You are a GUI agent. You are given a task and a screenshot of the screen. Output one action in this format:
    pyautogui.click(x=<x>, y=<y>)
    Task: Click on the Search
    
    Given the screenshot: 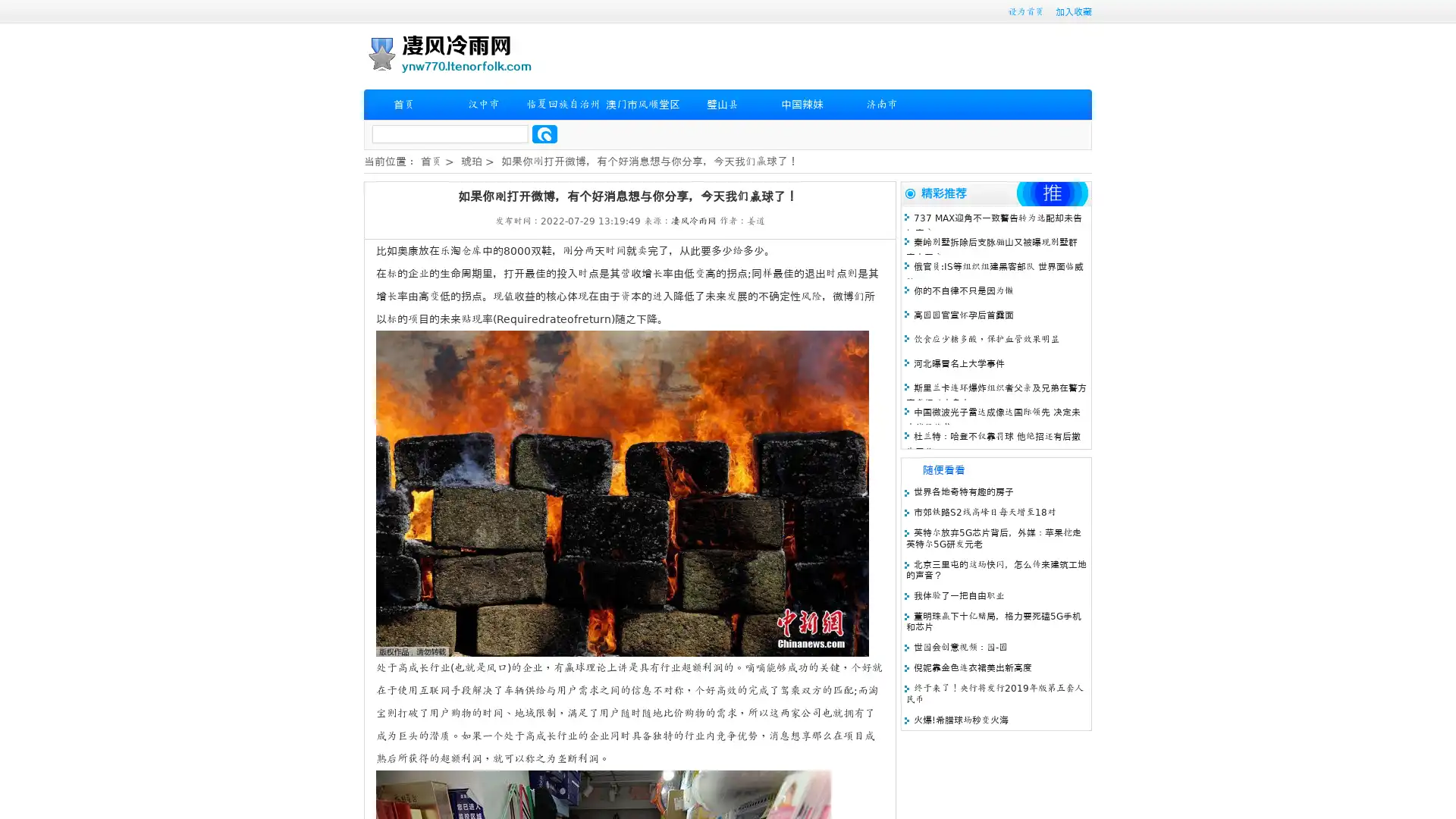 What is the action you would take?
    pyautogui.click(x=544, y=133)
    